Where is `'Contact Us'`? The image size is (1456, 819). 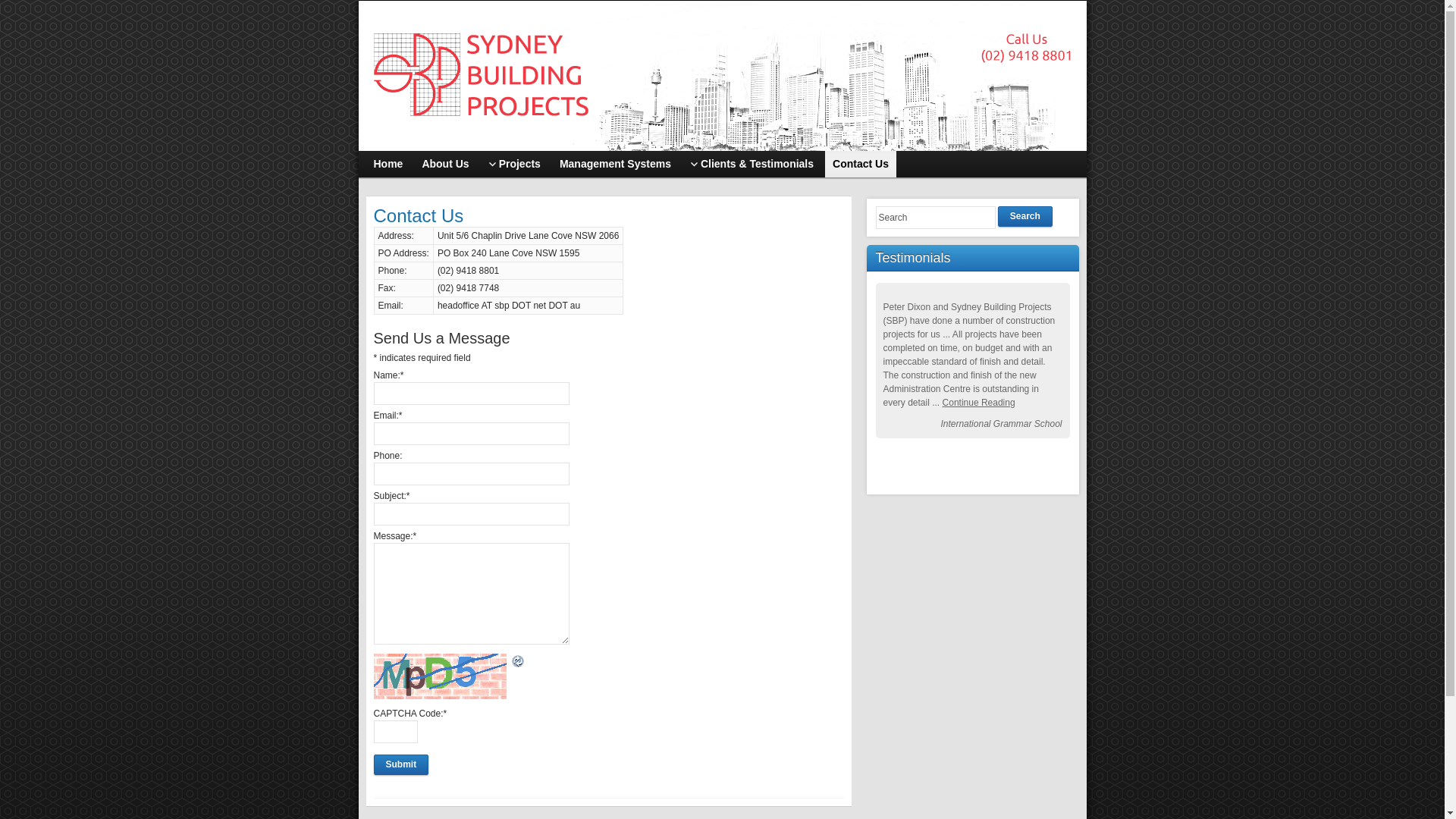
'Contact Us' is located at coordinates (860, 164).